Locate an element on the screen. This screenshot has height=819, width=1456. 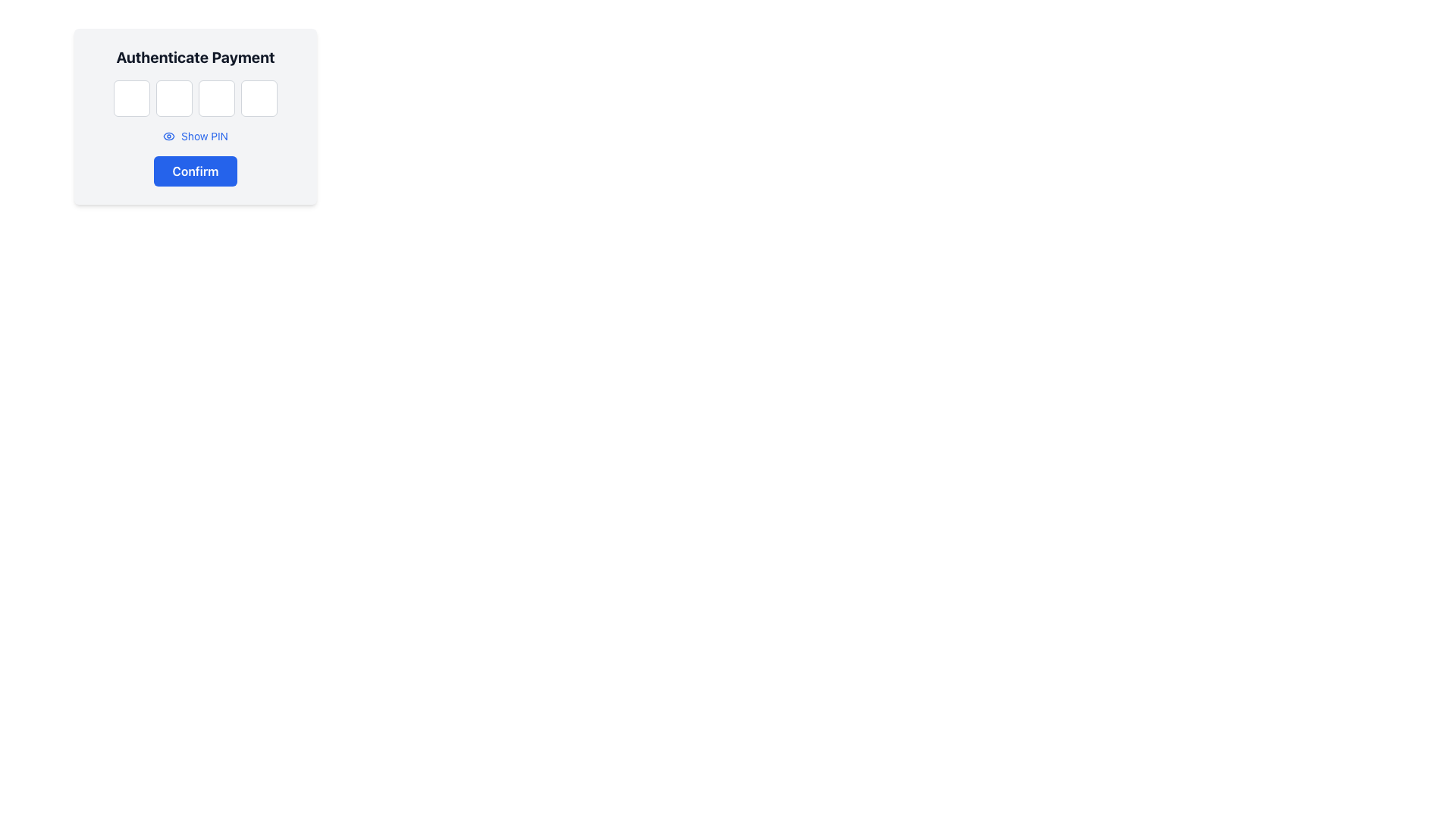
the 'Show PIN' interactive button that consists of a blue text label and an eye icon, positioned below the PIN input fields and above the 'Confirm' button is located at coordinates (195, 136).